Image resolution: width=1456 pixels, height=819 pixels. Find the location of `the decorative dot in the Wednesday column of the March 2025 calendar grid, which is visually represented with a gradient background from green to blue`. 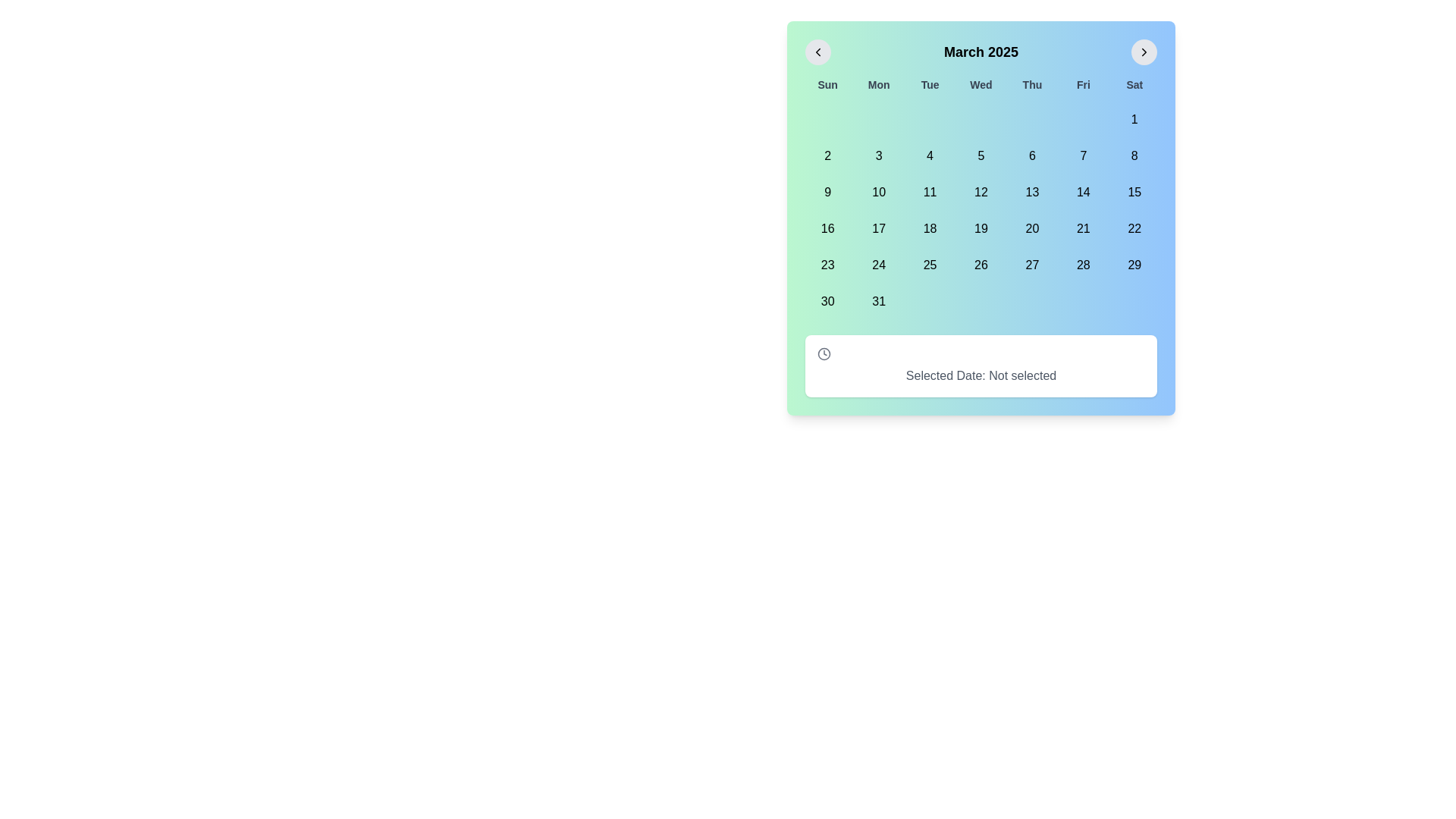

the decorative dot in the Wednesday column of the March 2025 calendar grid, which is visually represented with a gradient background from green to blue is located at coordinates (981, 119).